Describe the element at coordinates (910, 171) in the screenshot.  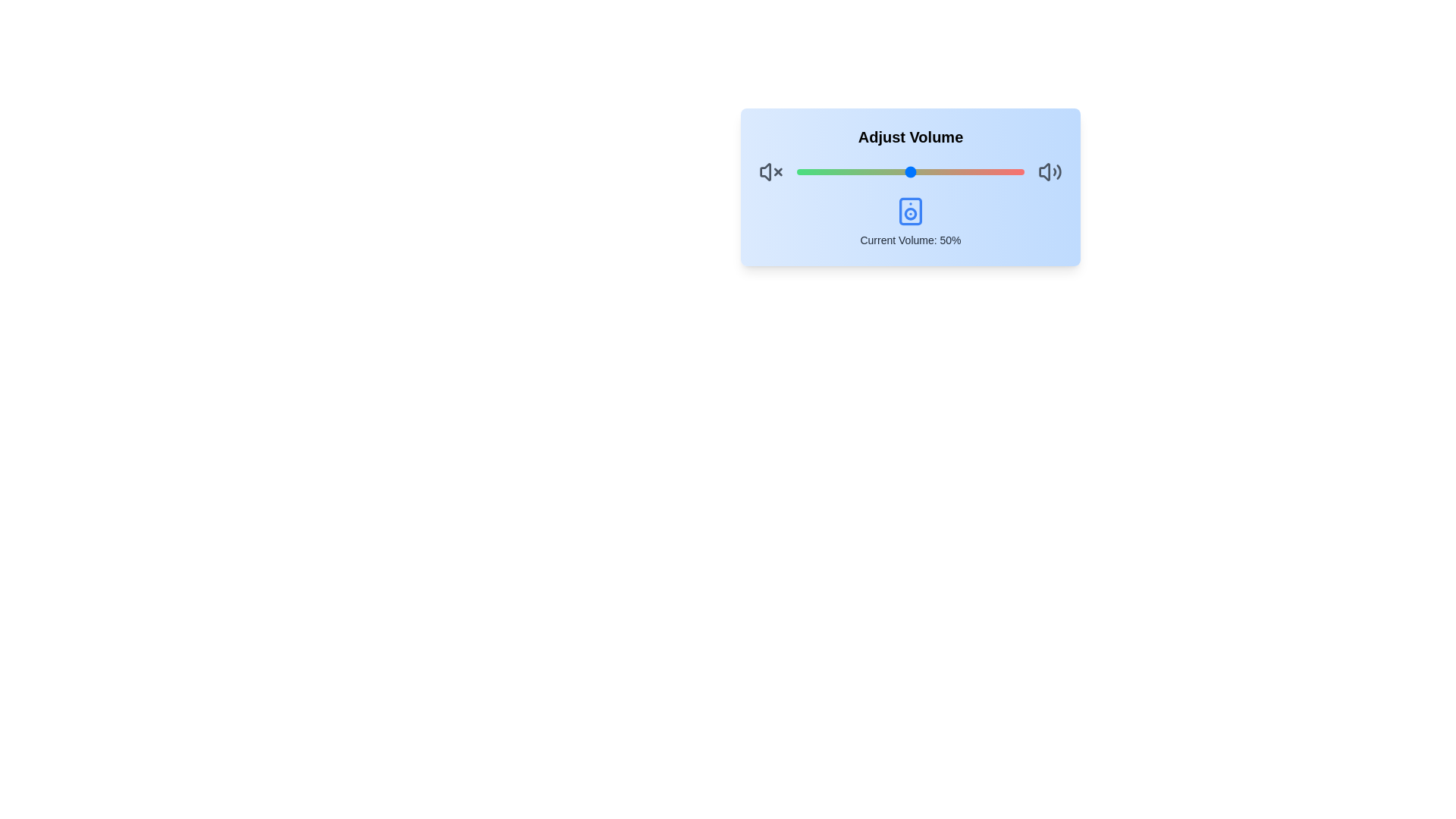
I see `the volume slider to 50%` at that location.